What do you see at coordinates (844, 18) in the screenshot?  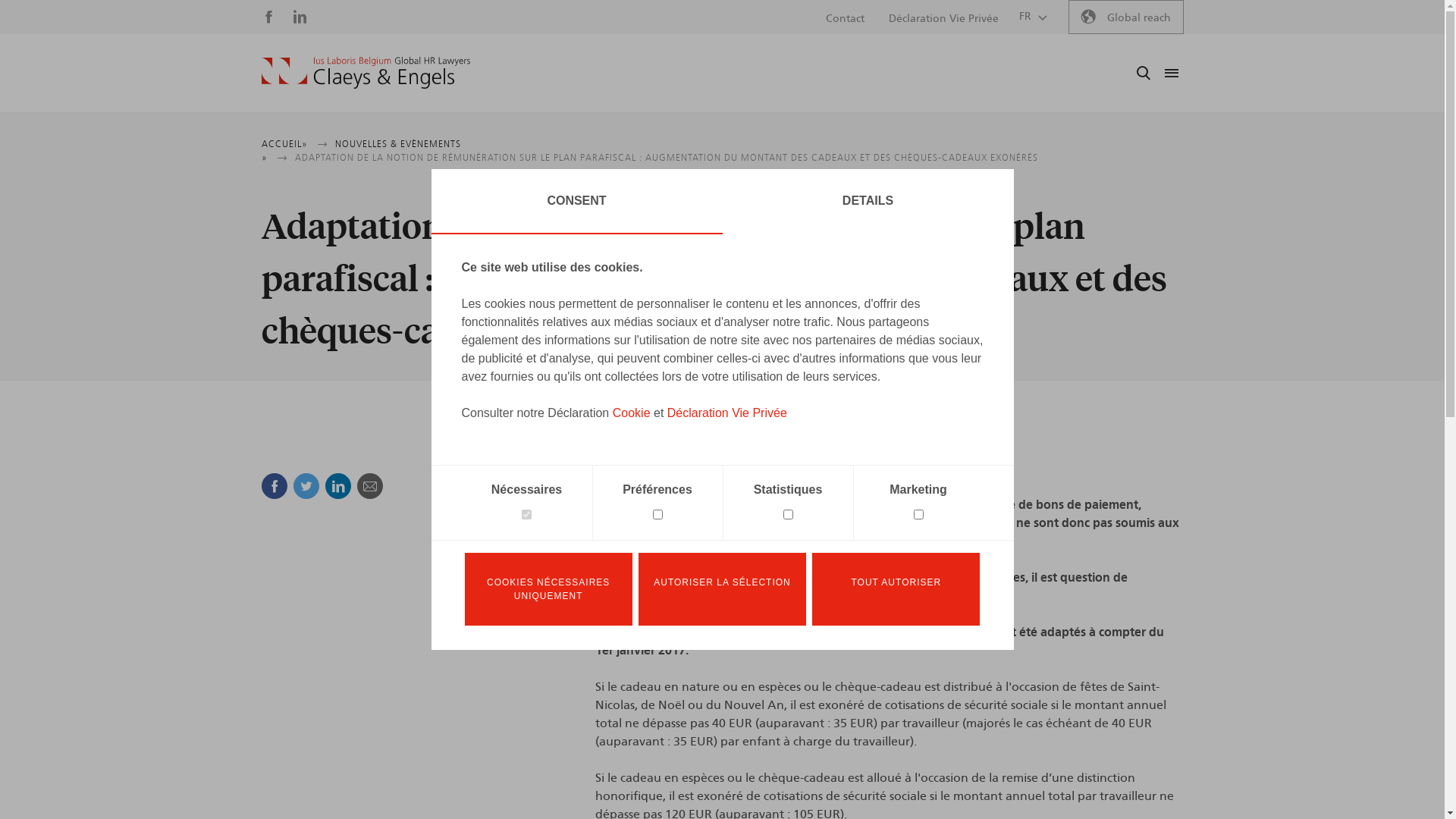 I see `'Contact'` at bounding box center [844, 18].